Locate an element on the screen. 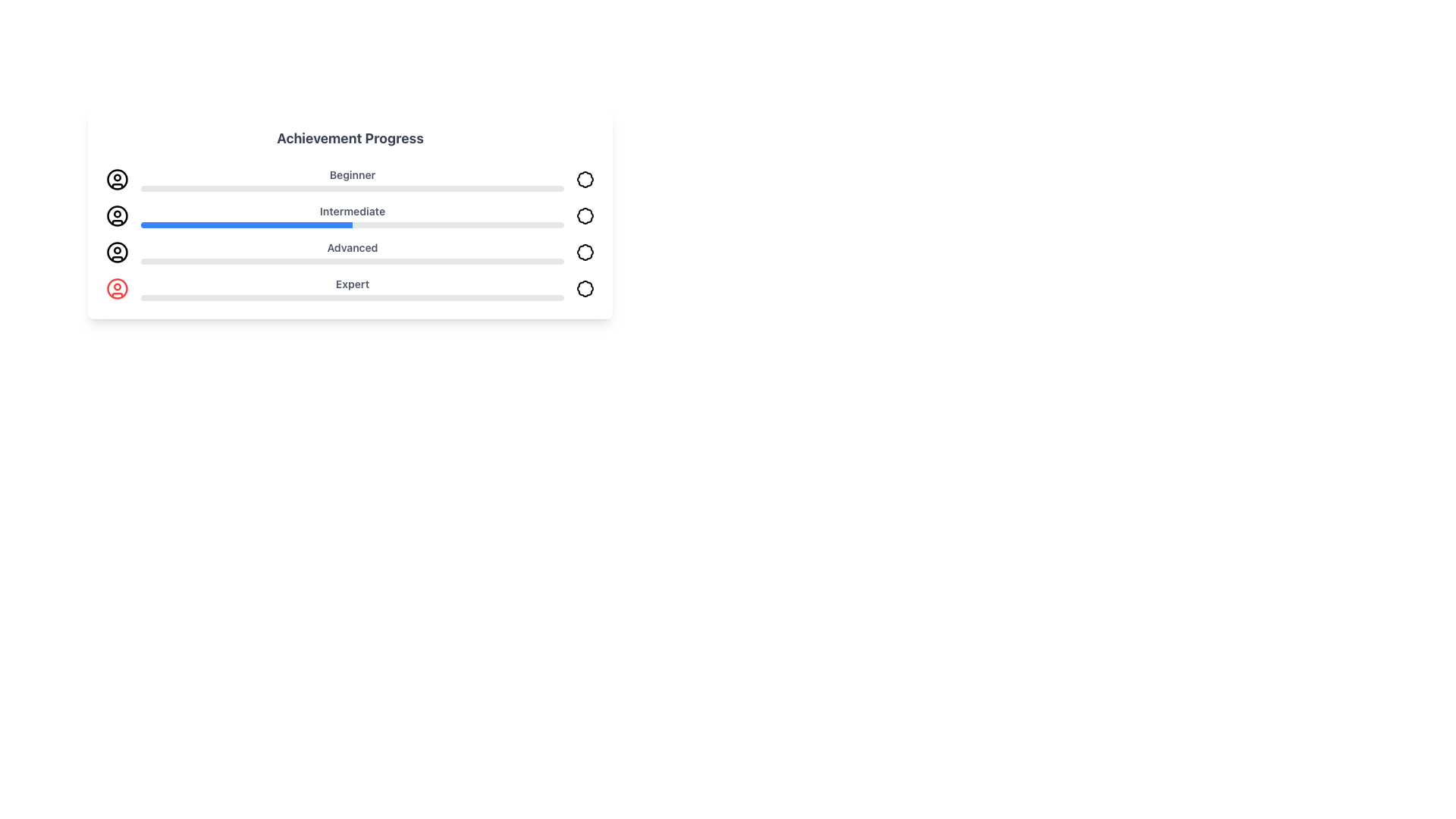  the Decorative Icon, which is a circular icon with a scalloped edge located at the bottom right corner of the 'Achievement Progress' interface in the 'Expert' row is located at coordinates (585, 289).